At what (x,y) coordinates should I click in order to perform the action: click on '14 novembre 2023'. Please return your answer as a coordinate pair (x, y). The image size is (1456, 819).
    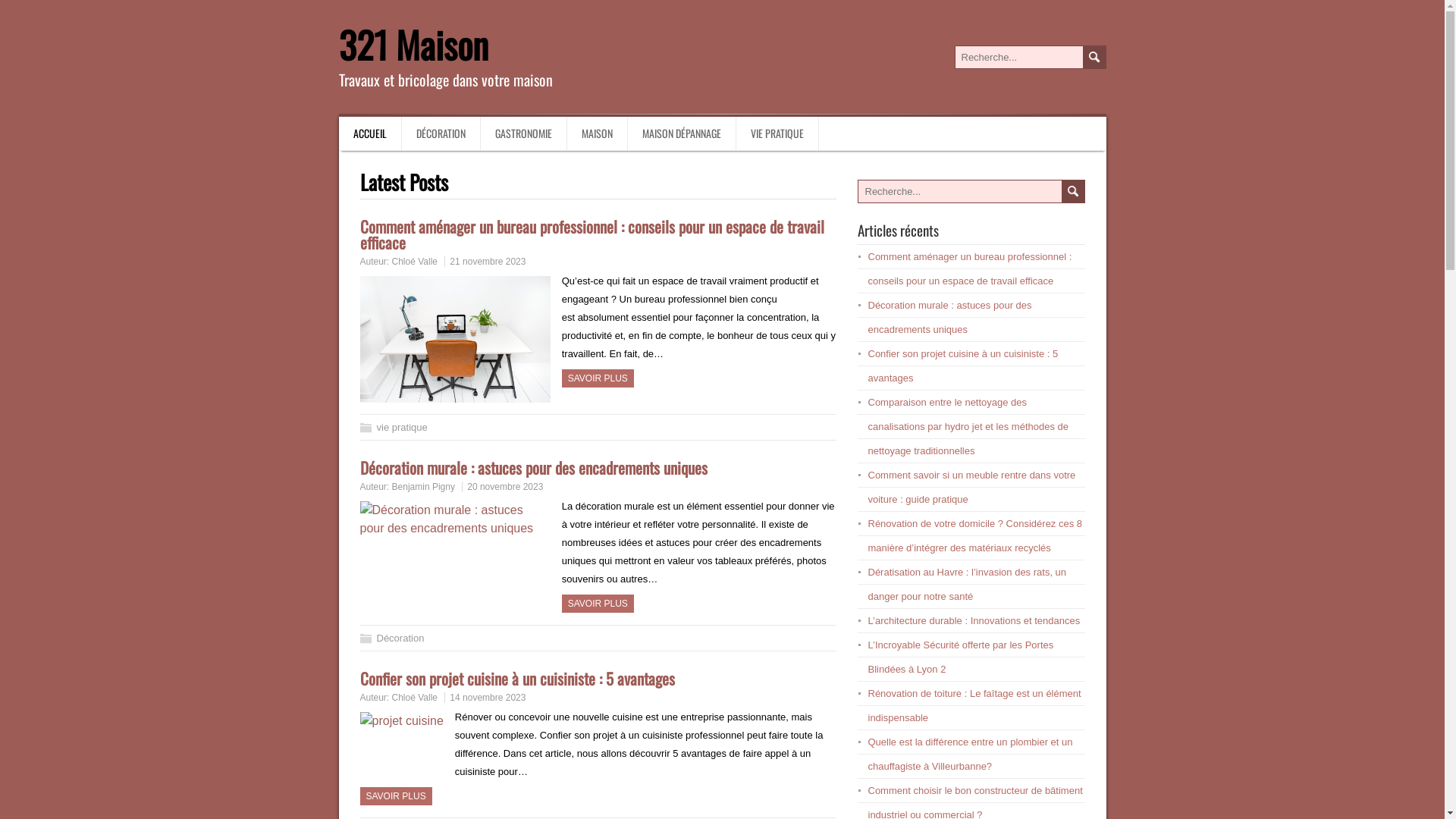
    Looking at the image, I should click on (488, 698).